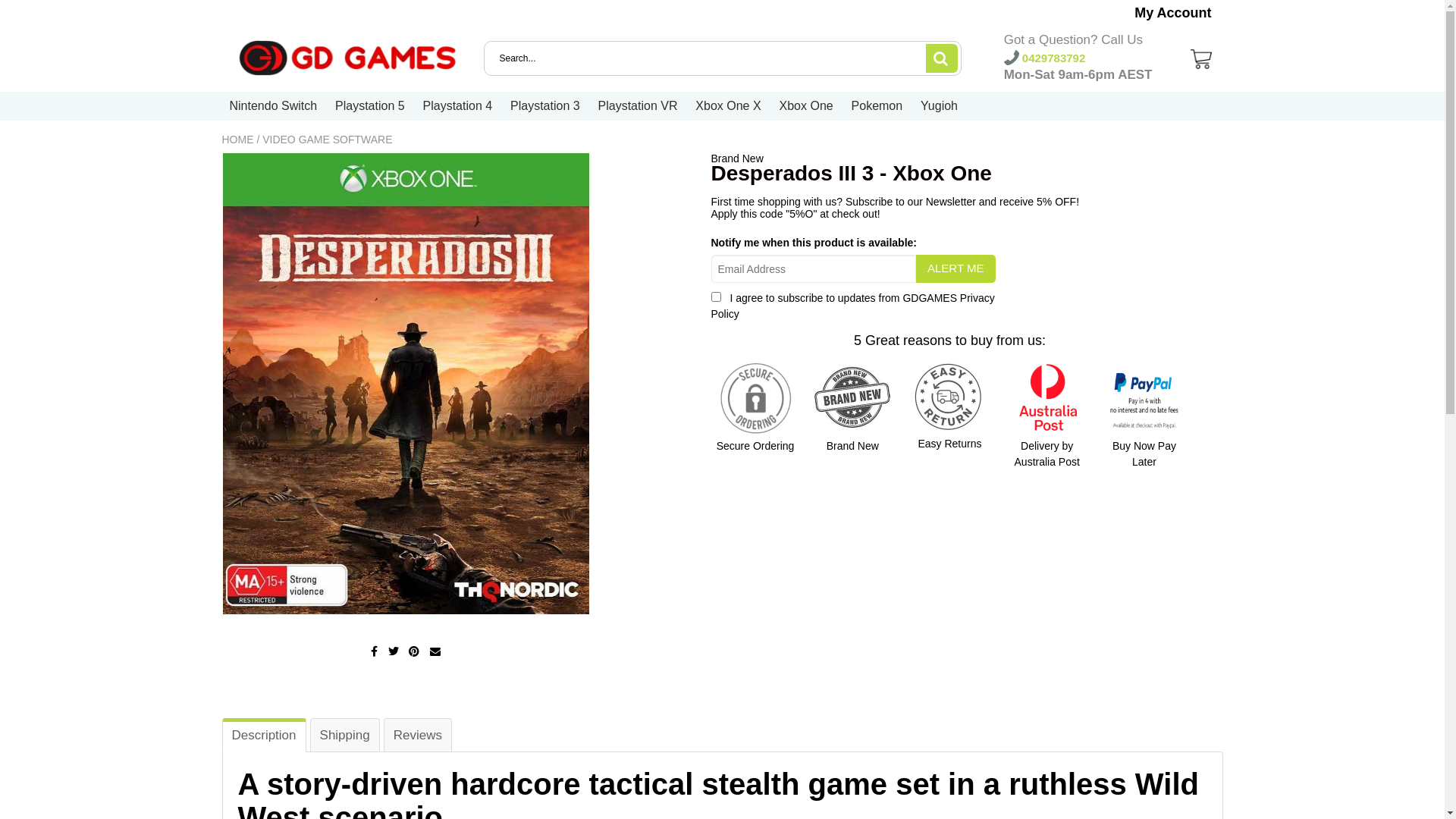 The width and height of the screenshot is (1456, 819). What do you see at coordinates (545, 105) in the screenshot?
I see `'Playstation 3'` at bounding box center [545, 105].